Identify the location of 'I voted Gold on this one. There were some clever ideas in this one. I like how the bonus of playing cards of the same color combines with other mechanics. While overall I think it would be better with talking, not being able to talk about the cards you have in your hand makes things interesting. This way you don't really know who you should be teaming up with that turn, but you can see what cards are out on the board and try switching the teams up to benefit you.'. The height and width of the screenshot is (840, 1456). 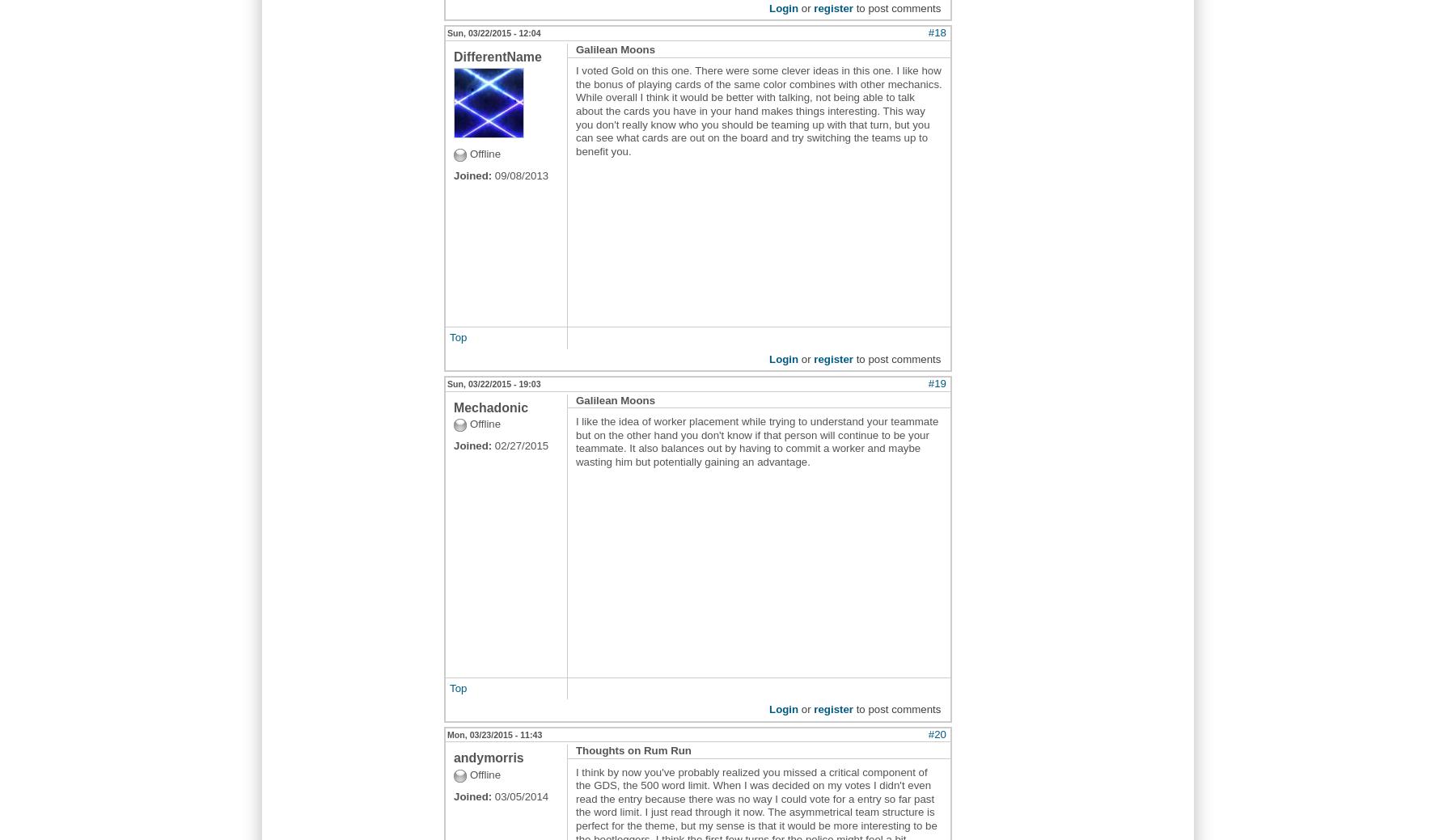
(757, 110).